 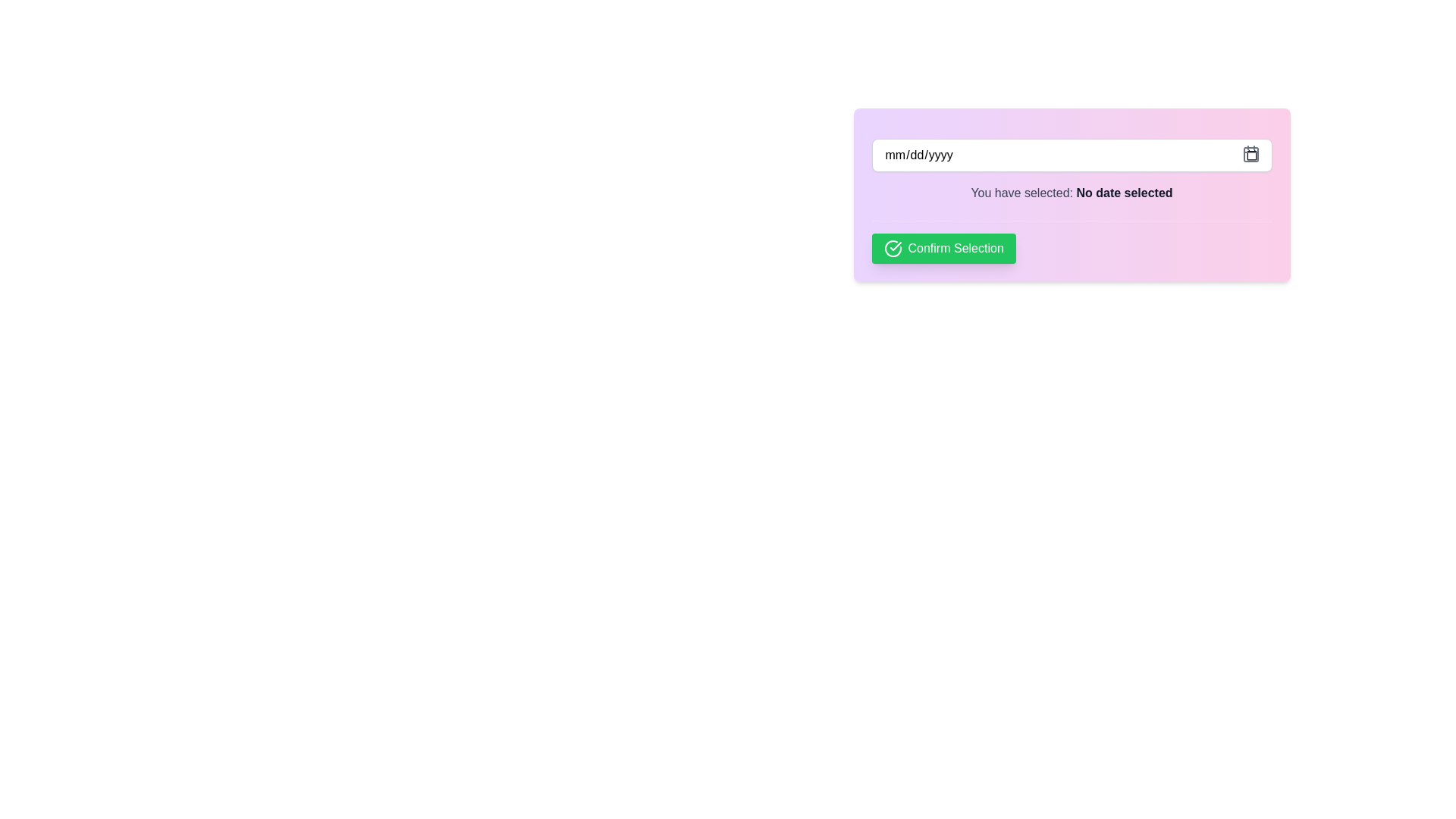 What do you see at coordinates (1125, 192) in the screenshot?
I see `the text label displaying 'No date selected' that is bolded and dark gray, part of the phrase 'You have selected: No date selected', located beneath the date input field` at bounding box center [1125, 192].